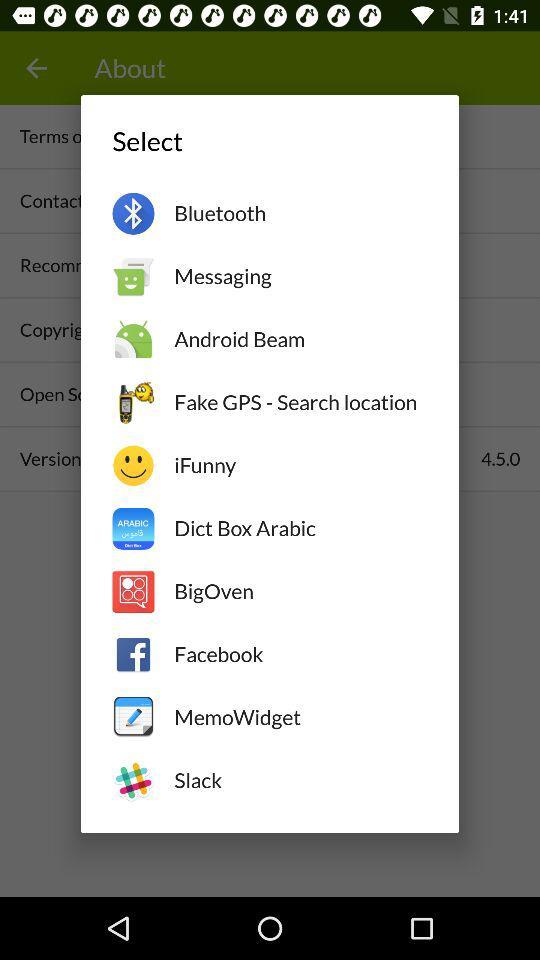  Describe the element at coordinates (299, 653) in the screenshot. I see `the icon above memowidget` at that location.